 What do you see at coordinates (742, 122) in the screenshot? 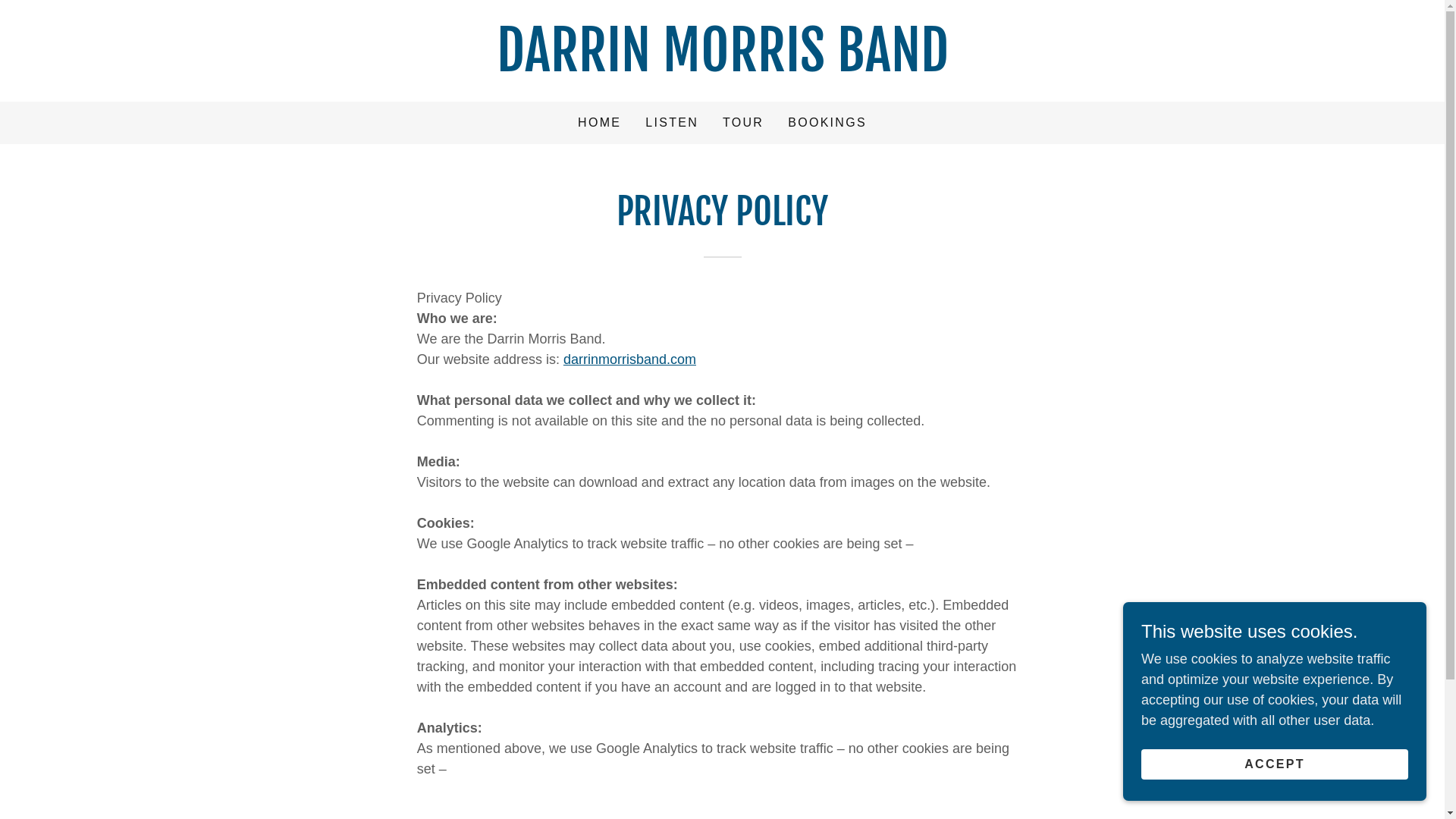
I see `'TOUR'` at bounding box center [742, 122].